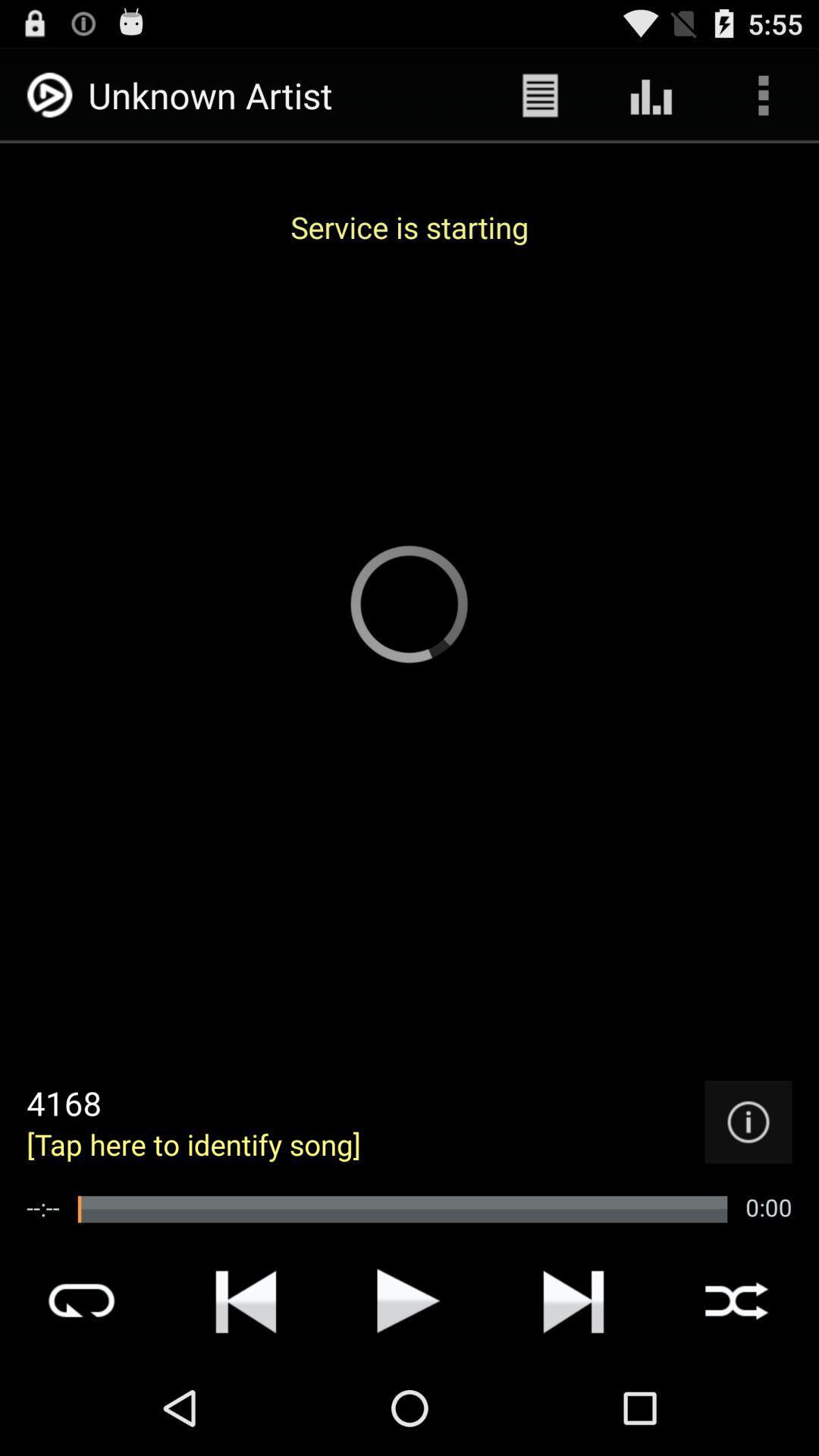 The width and height of the screenshot is (819, 1456). Describe the element at coordinates (748, 1122) in the screenshot. I see `the item below the service is starting icon` at that location.